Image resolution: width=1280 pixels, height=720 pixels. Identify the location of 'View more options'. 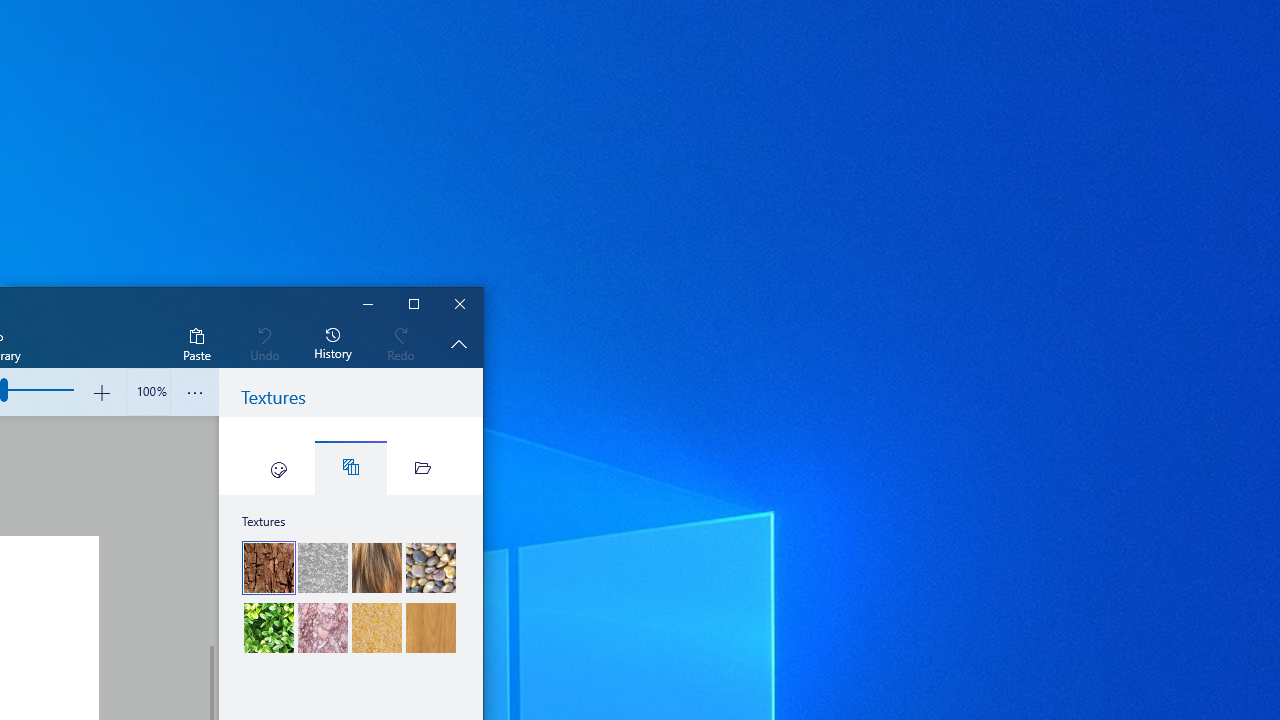
(195, 392).